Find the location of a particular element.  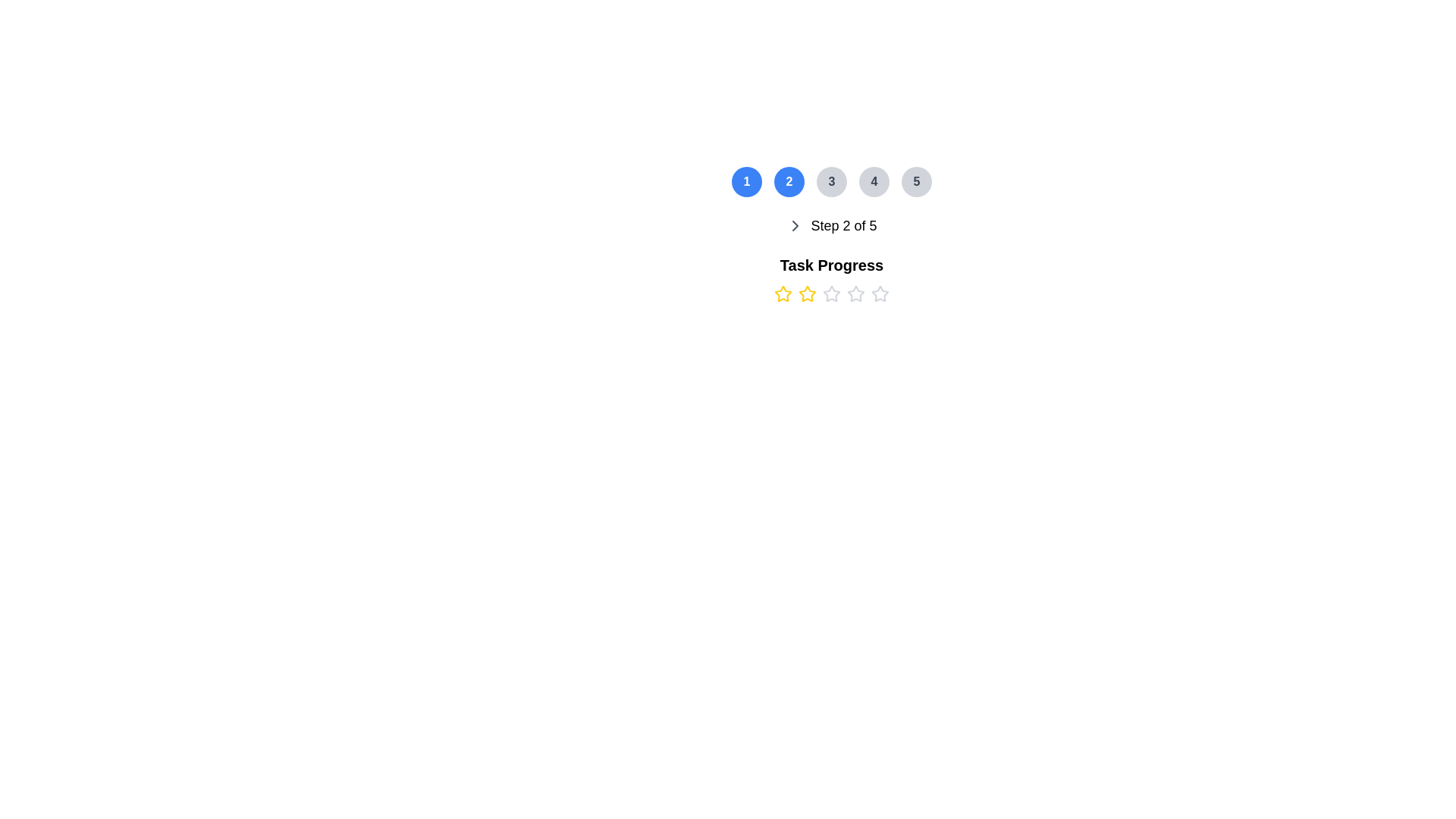

the label indicating the user is on the second step of a five-step process, which is located below the step indicators and above the 'Task Progress' heading is located at coordinates (830, 225).